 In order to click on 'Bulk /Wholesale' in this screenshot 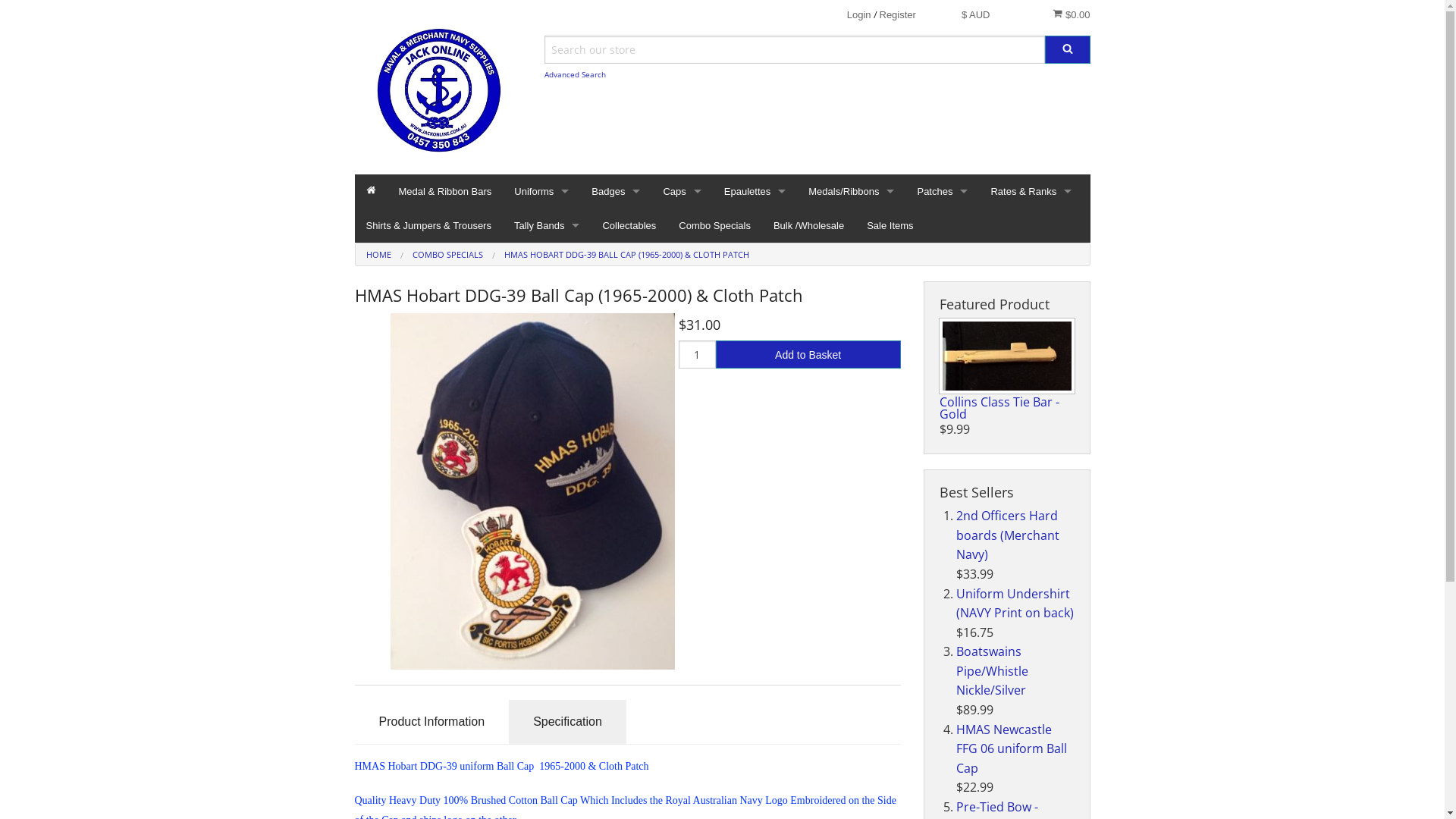, I will do `click(761, 225)`.